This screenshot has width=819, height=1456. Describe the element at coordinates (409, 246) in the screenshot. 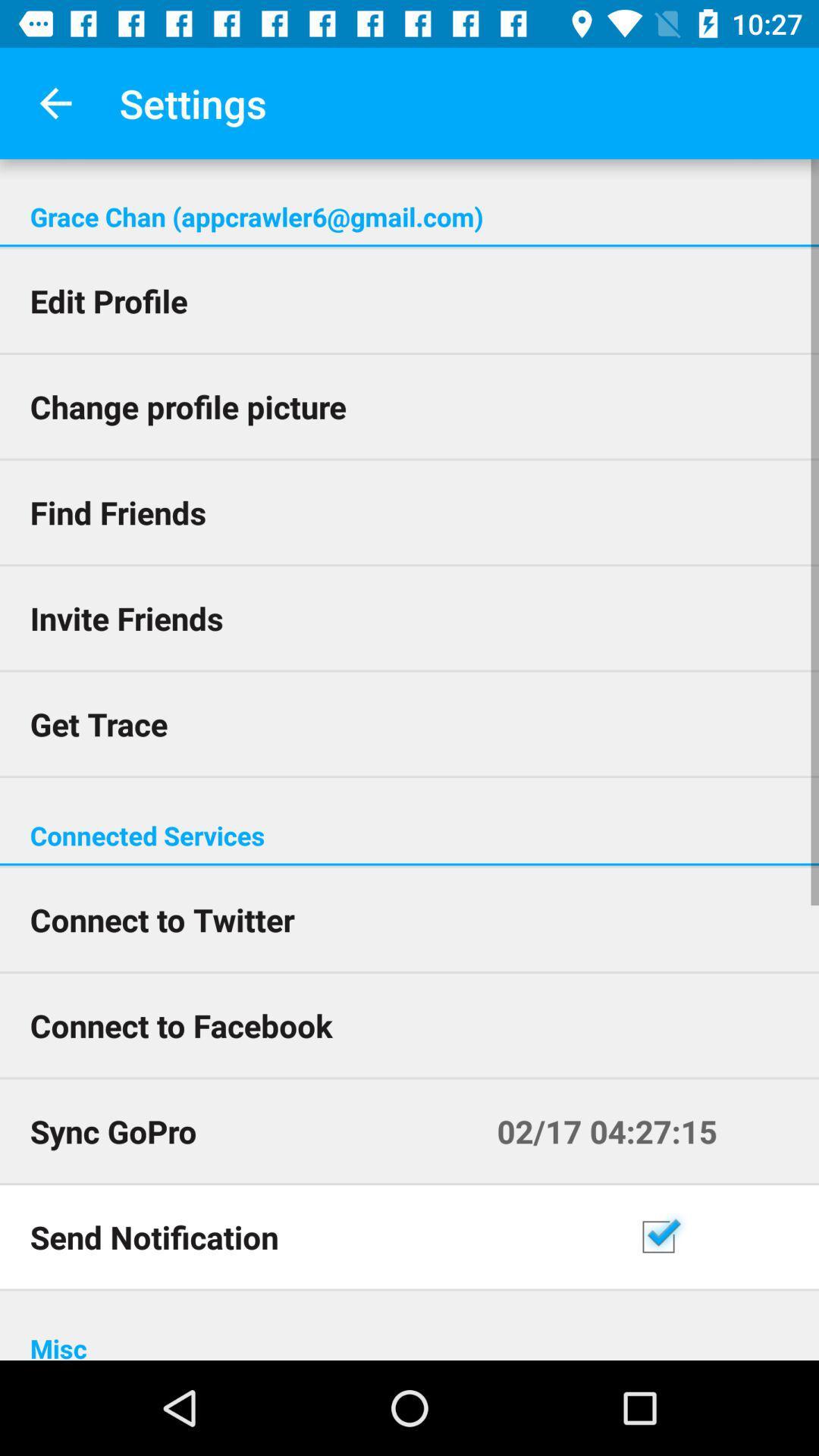

I see `item above edit profile` at that location.